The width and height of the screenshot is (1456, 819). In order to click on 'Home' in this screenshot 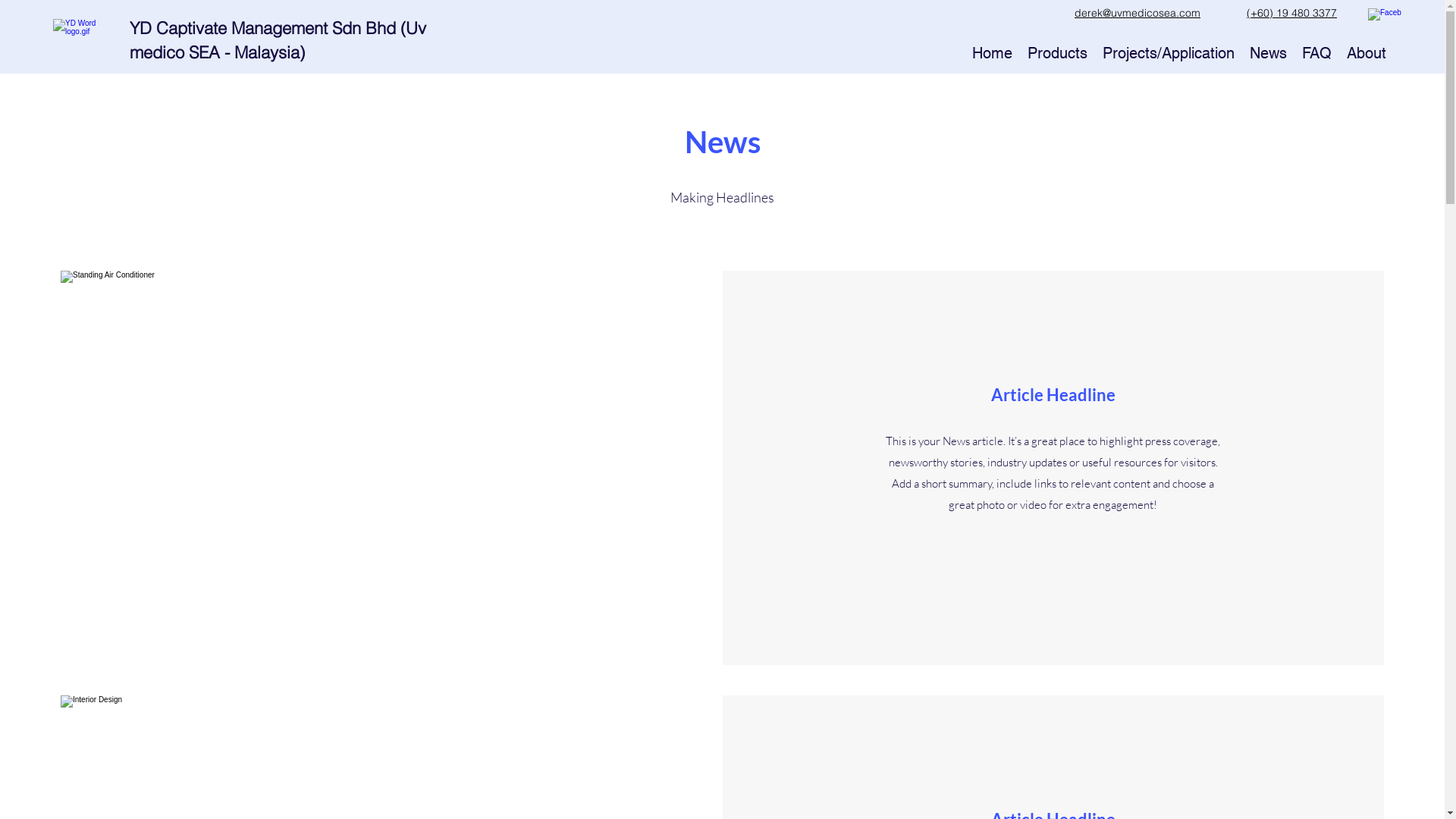, I will do `click(992, 52)`.